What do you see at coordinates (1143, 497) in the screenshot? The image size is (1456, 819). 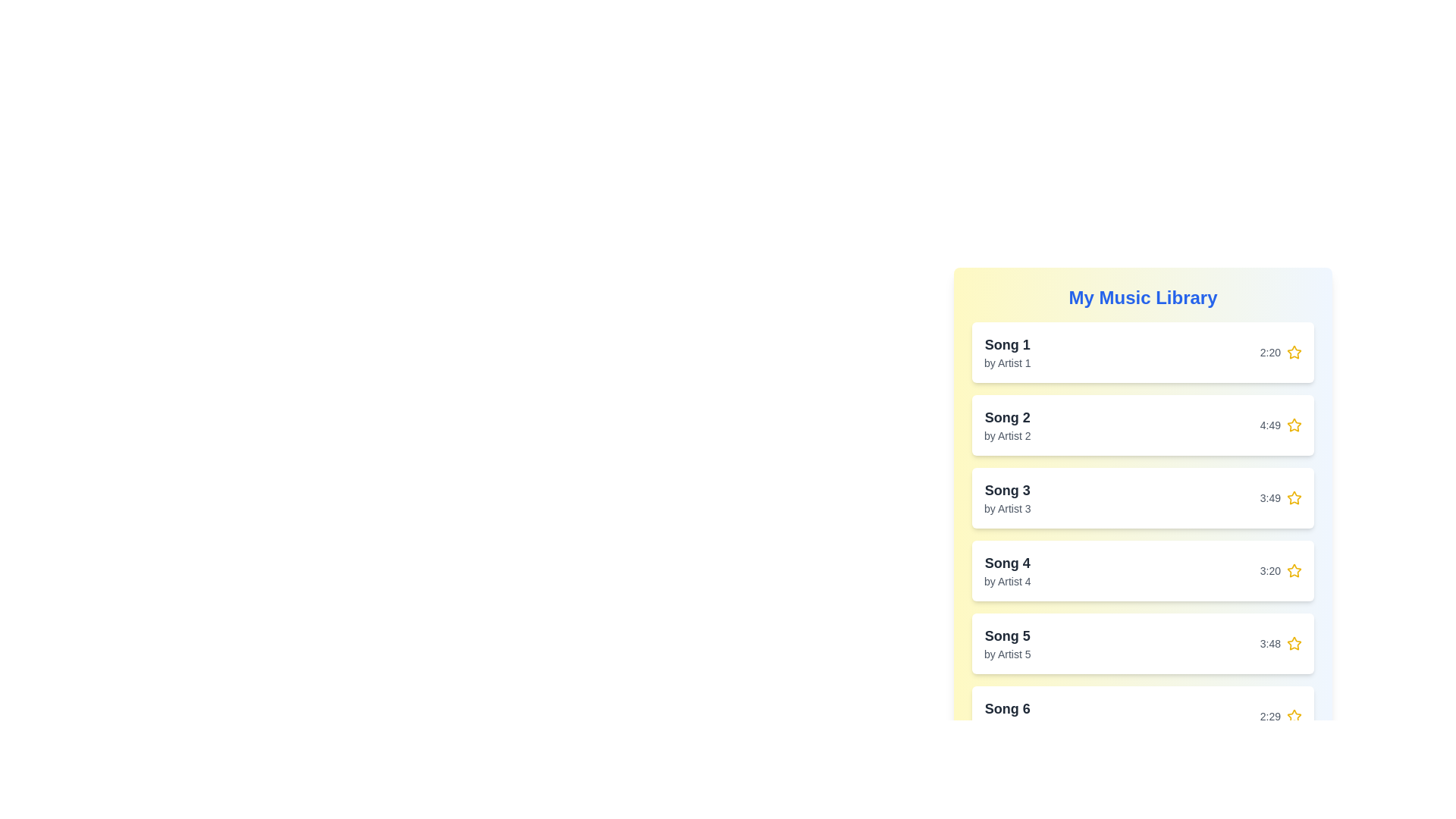 I see `the third List Item Card in the music library` at bounding box center [1143, 497].